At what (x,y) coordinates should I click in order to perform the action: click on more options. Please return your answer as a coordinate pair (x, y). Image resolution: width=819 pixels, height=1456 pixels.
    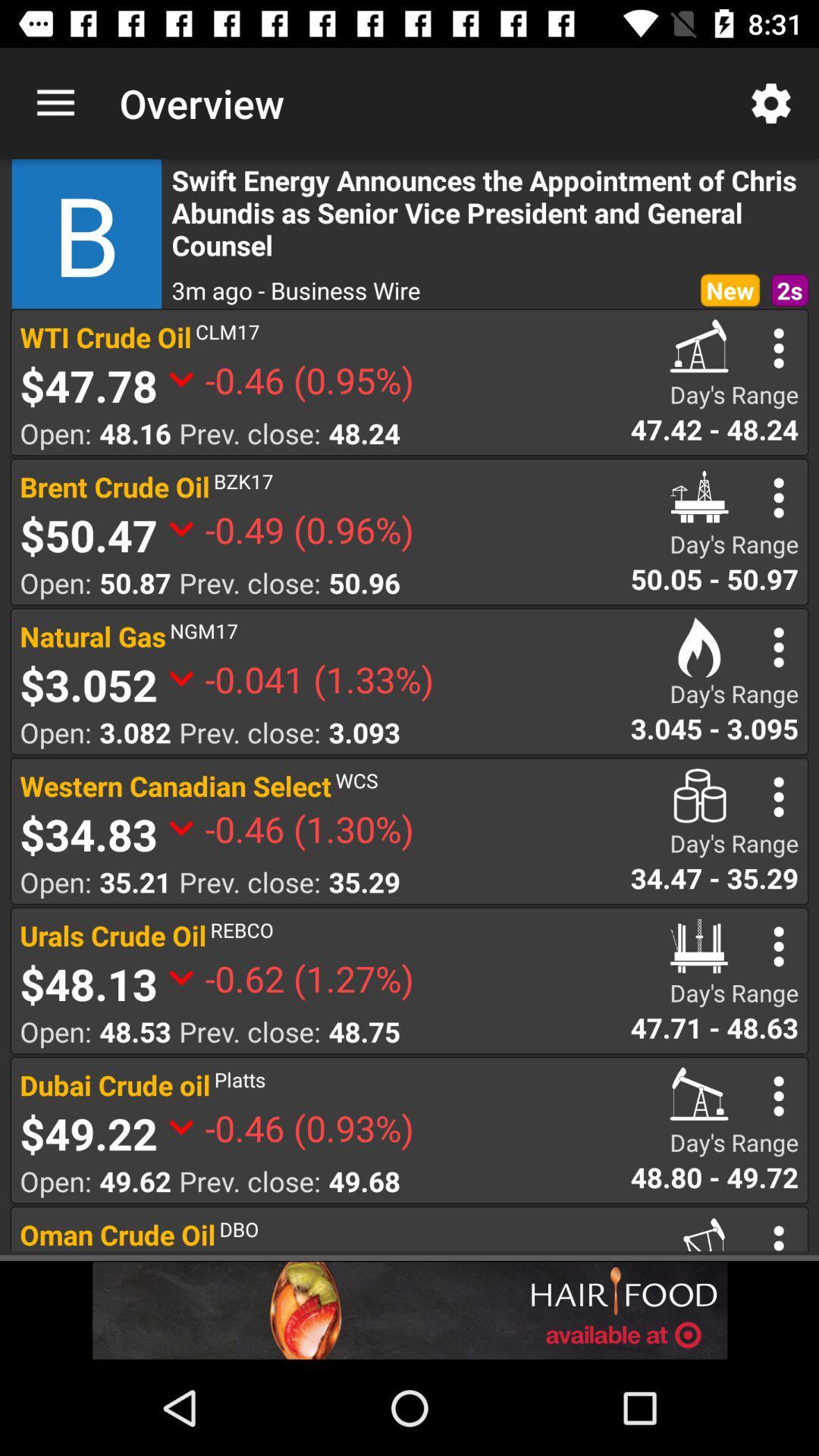
    Looking at the image, I should click on (779, 796).